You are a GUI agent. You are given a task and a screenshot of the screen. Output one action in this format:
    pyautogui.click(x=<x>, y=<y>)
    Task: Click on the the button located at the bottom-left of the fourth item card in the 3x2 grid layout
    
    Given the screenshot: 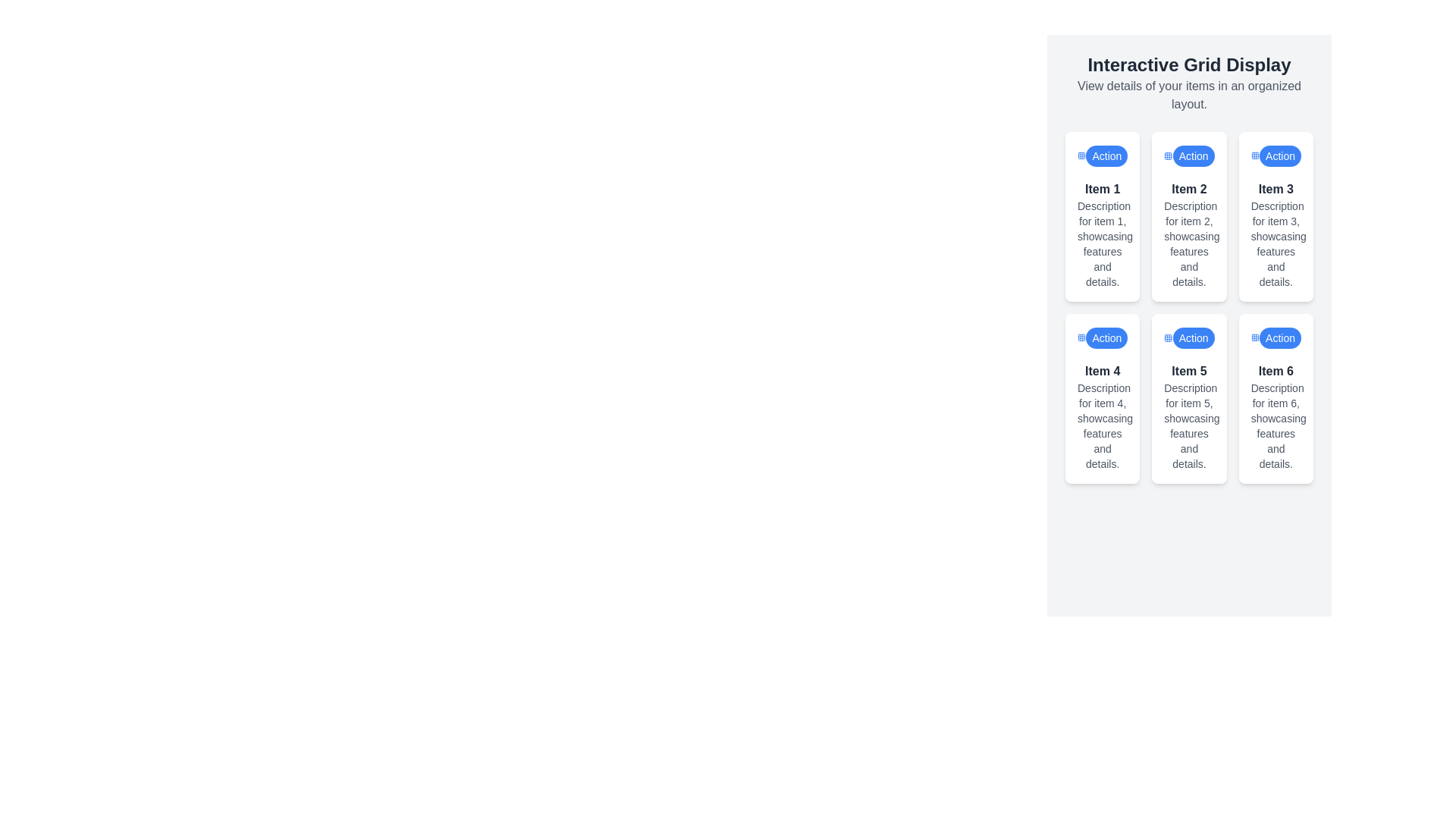 What is the action you would take?
    pyautogui.click(x=1106, y=337)
    